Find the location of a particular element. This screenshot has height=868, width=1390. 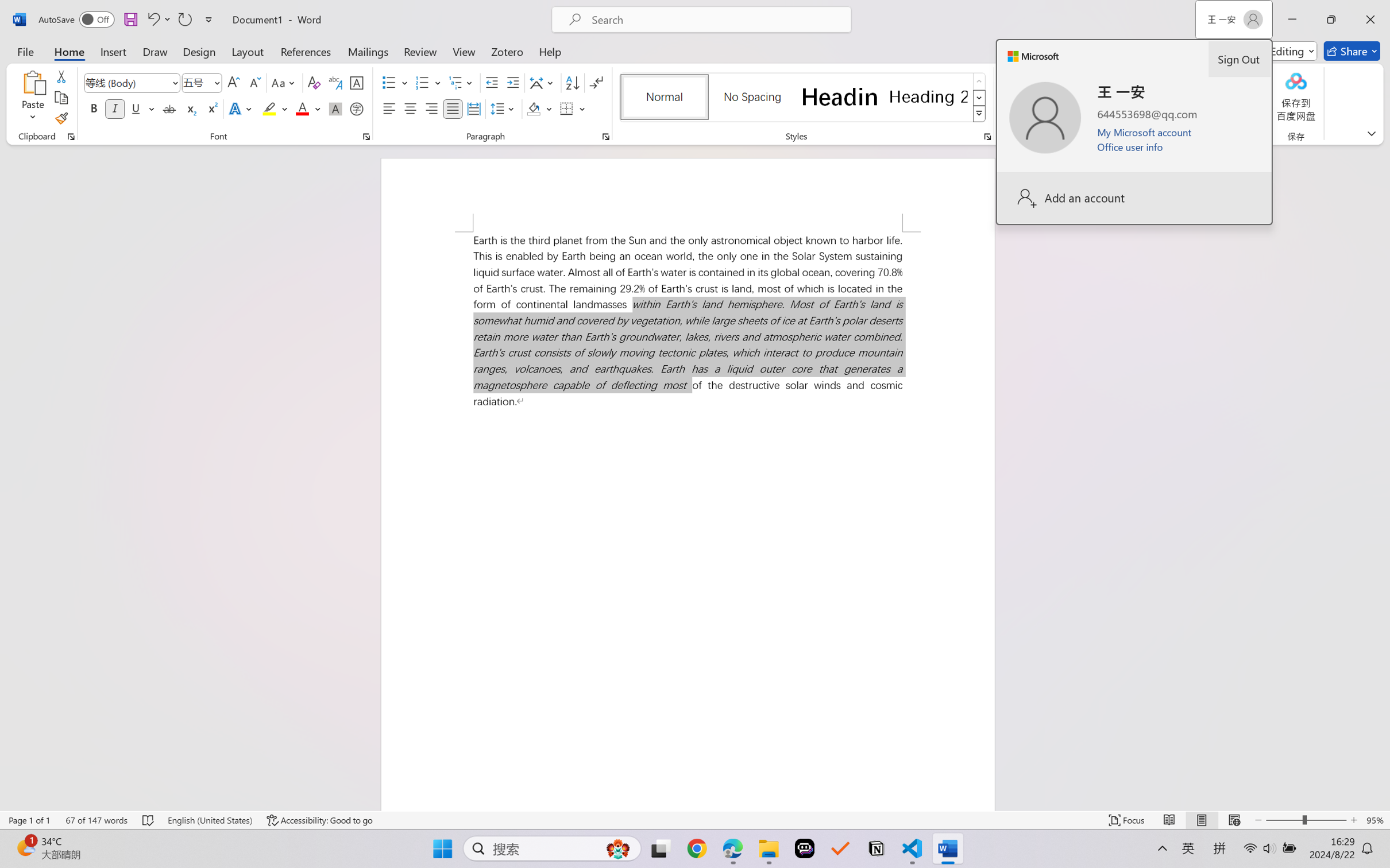

'Office Clipboard...' is located at coordinates (70, 136).